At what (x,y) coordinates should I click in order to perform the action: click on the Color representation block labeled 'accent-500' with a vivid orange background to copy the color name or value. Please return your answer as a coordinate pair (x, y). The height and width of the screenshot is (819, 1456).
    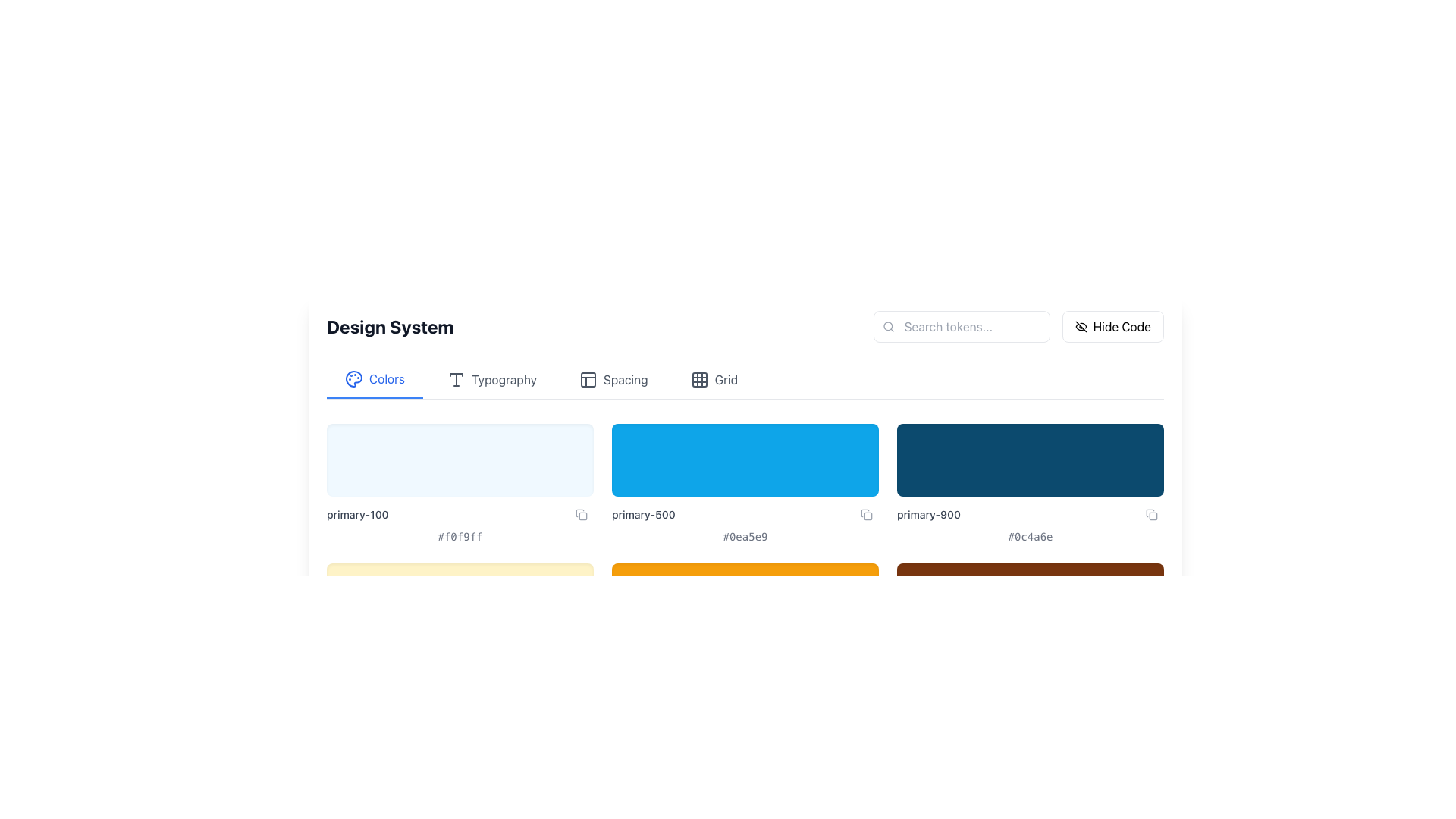
    Looking at the image, I should click on (745, 623).